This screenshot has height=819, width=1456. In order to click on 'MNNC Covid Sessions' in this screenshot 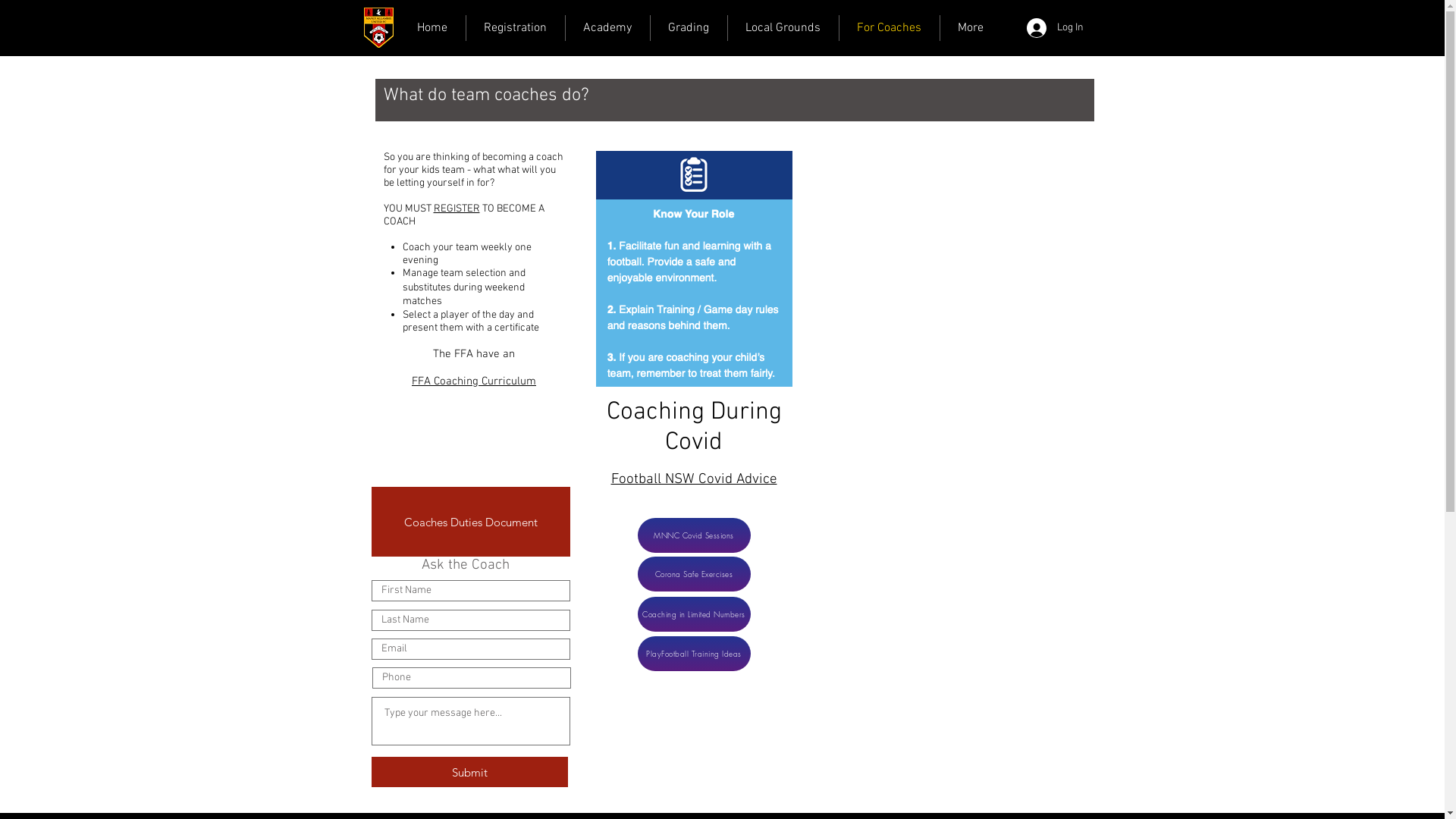, I will do `click(692, 534)`.